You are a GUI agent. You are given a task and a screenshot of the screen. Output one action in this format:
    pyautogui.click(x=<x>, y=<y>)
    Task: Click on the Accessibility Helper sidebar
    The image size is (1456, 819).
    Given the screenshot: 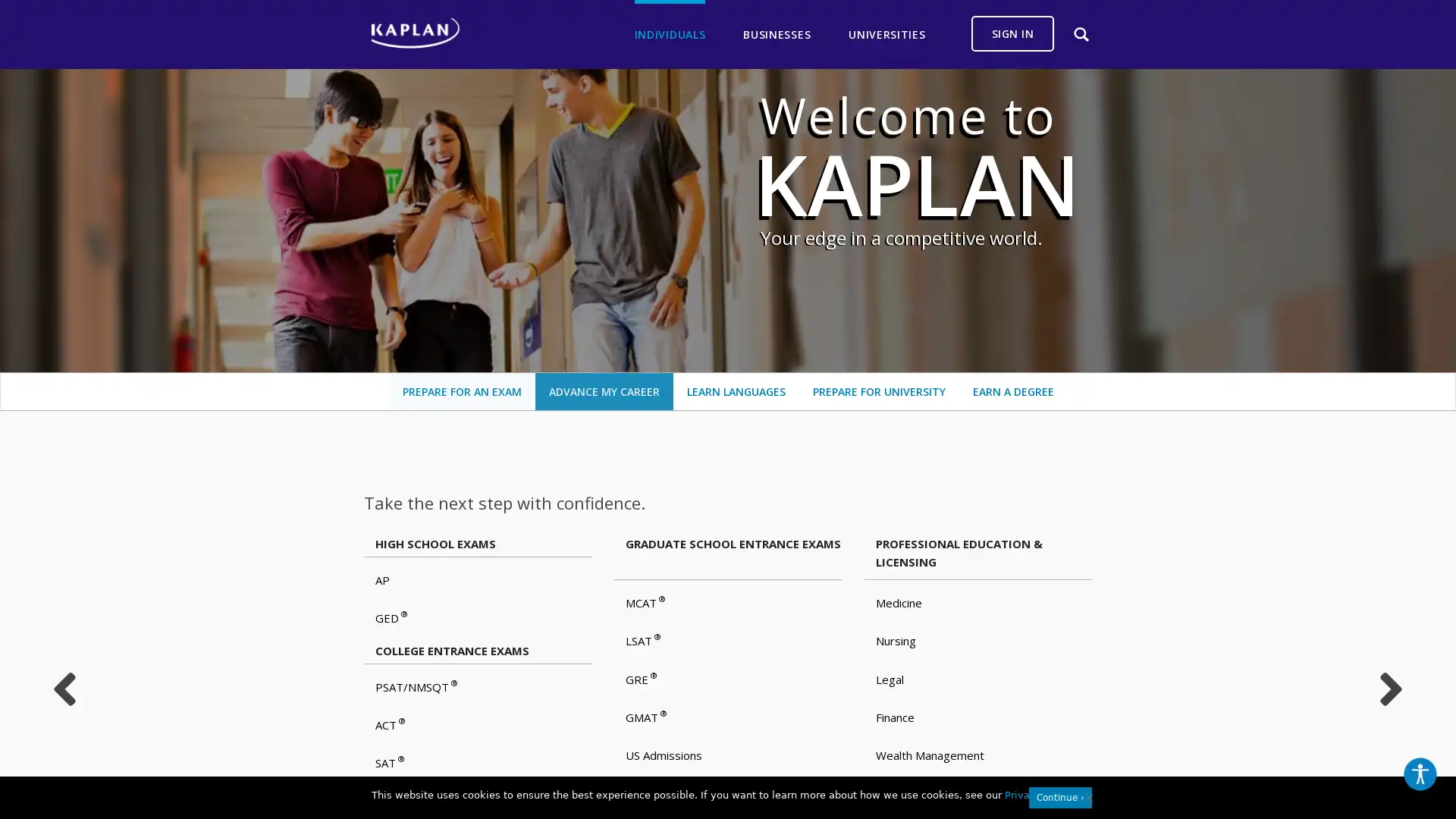 What is the action you would take?
    pyautogui.click(x=1419, y=774)
    